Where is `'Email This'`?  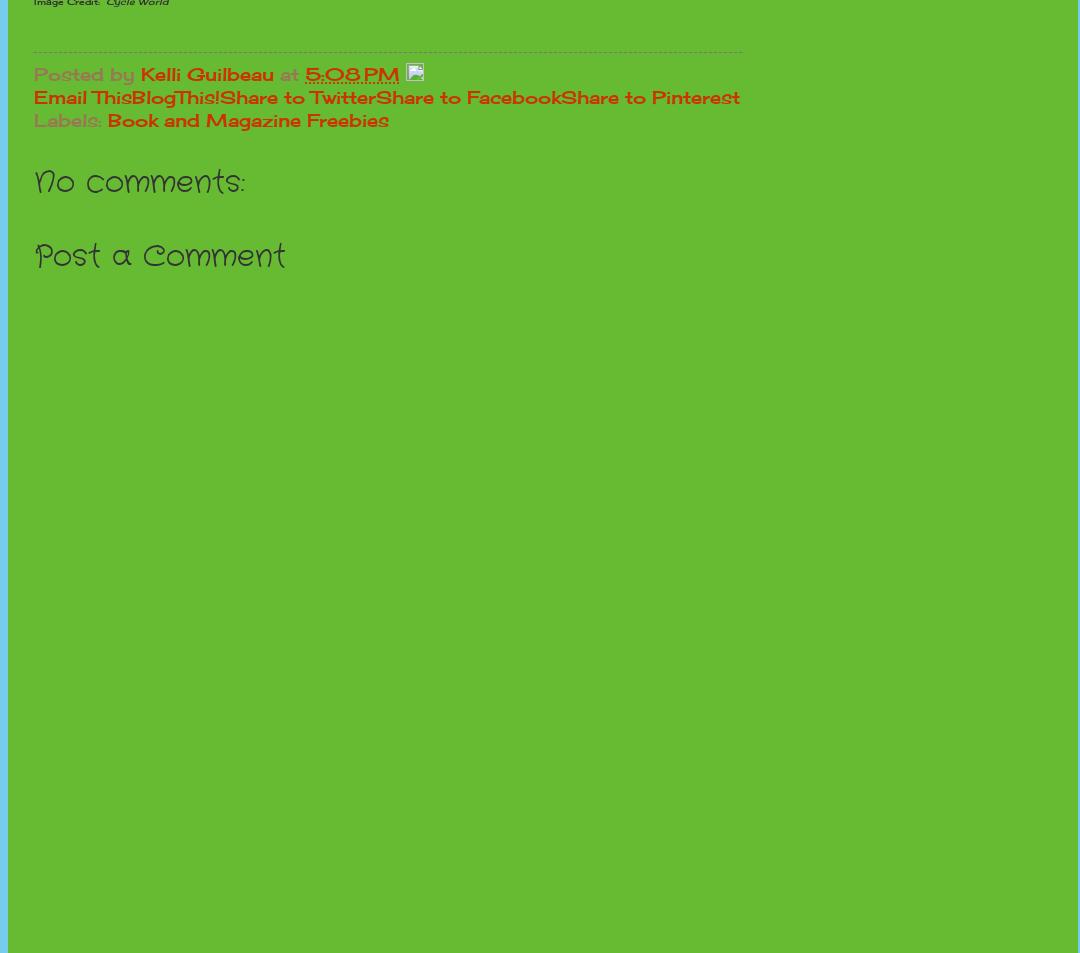 'Email This' is located at coordinates (82, 96).